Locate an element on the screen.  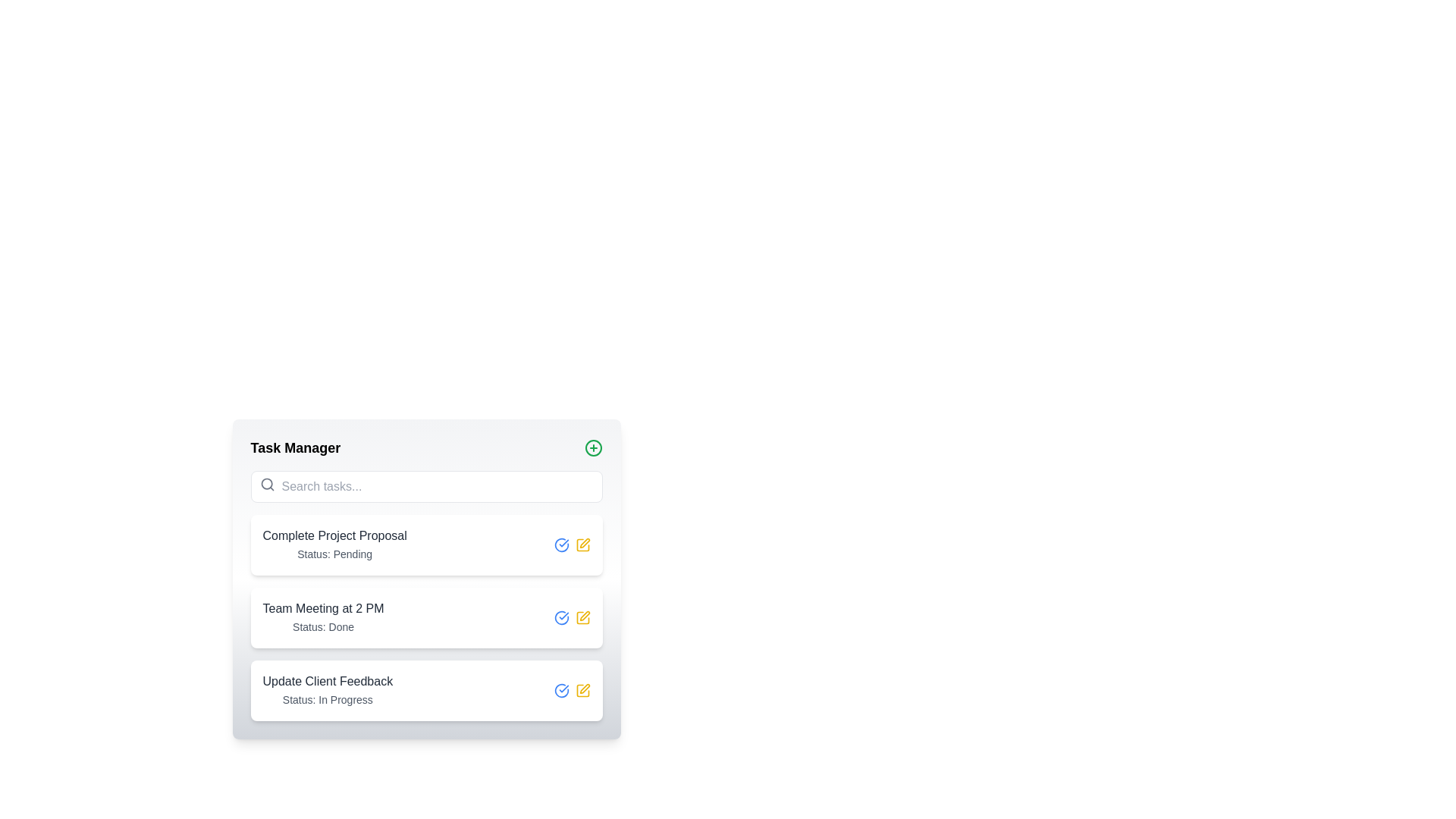
the Edit Pen Icon located in the top-right section of the interactive icon list to initiate editing task details is located at coordinates (584, 542).